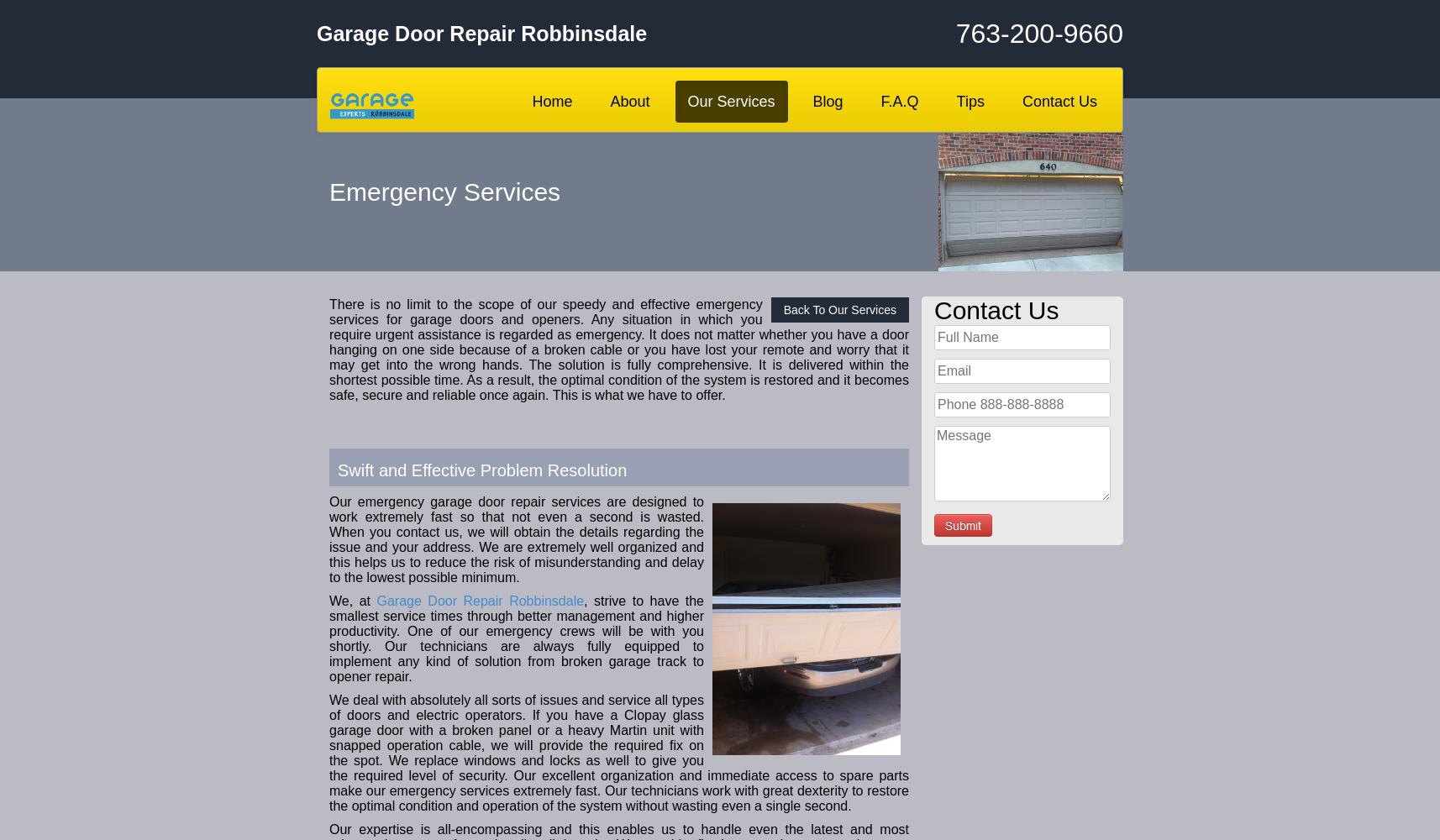  I want to click on 'Swift and Effective Problem Resolution', so click(336, 470).